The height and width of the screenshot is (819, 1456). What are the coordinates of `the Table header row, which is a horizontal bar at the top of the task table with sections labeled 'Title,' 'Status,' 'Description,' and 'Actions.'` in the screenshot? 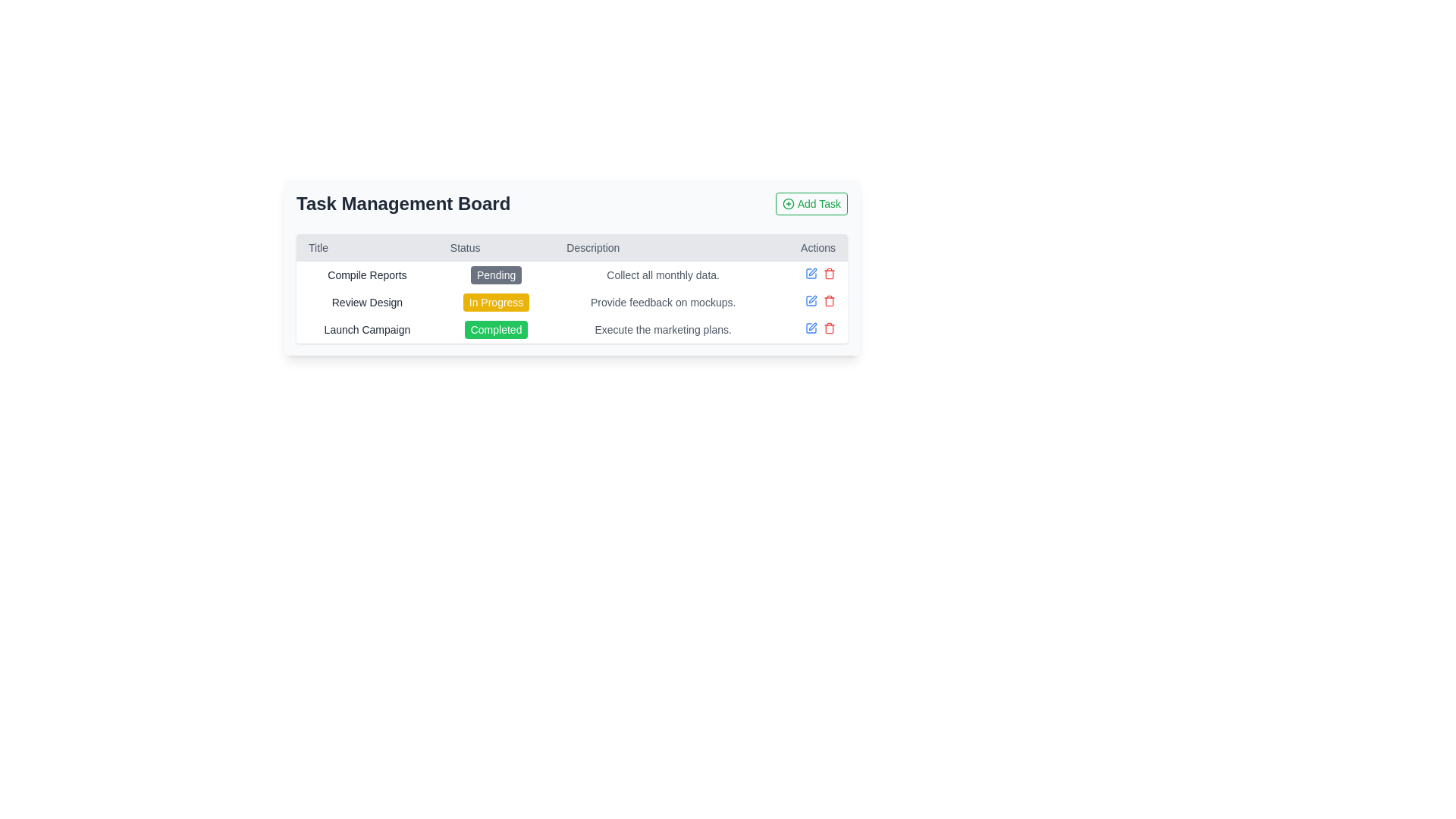 It's located at (571, 247).